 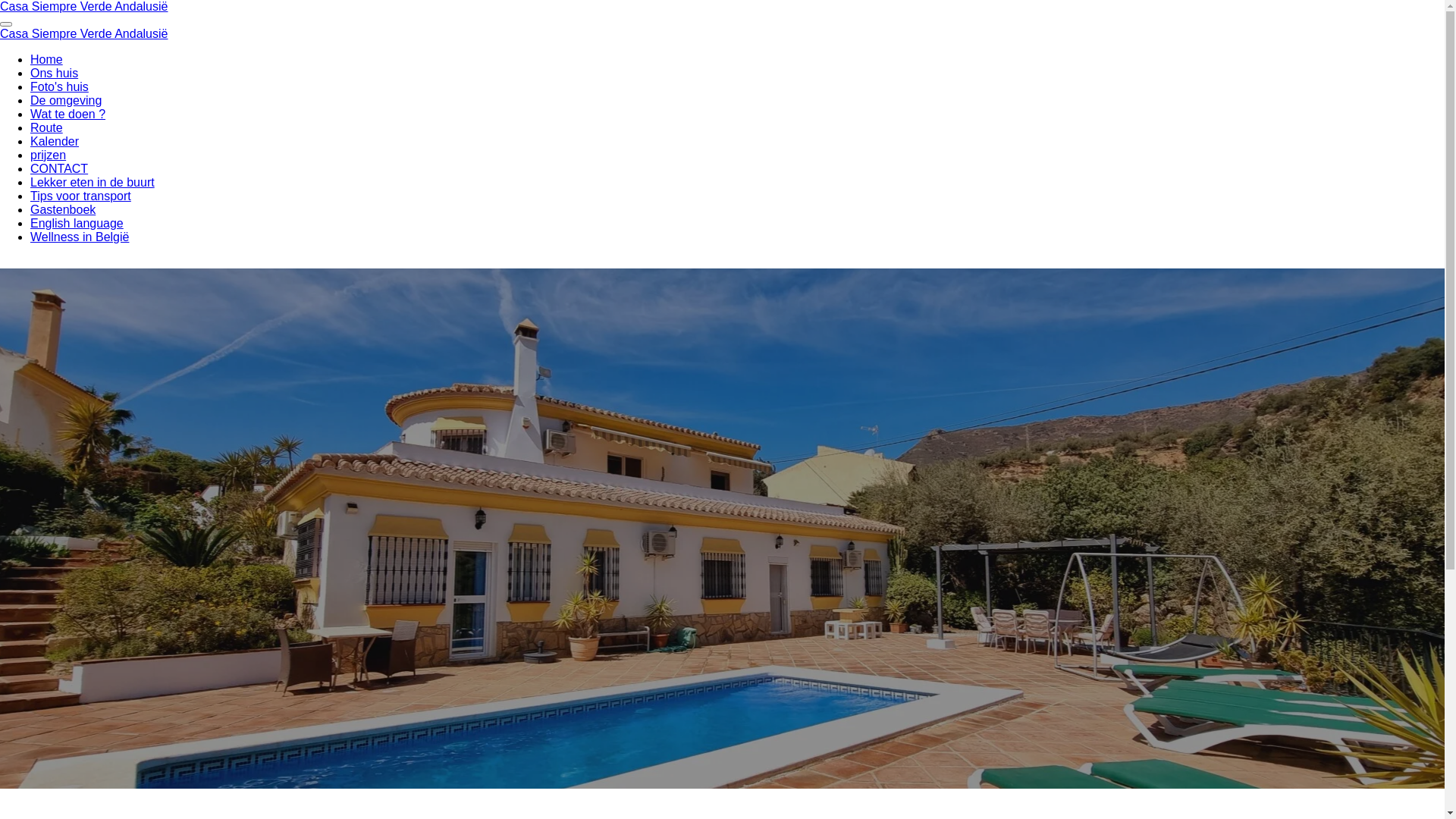 What do you see at coordinates (48, 155) in the screenshot?
I see `'prijzen'` at bounding box center [48, 155].